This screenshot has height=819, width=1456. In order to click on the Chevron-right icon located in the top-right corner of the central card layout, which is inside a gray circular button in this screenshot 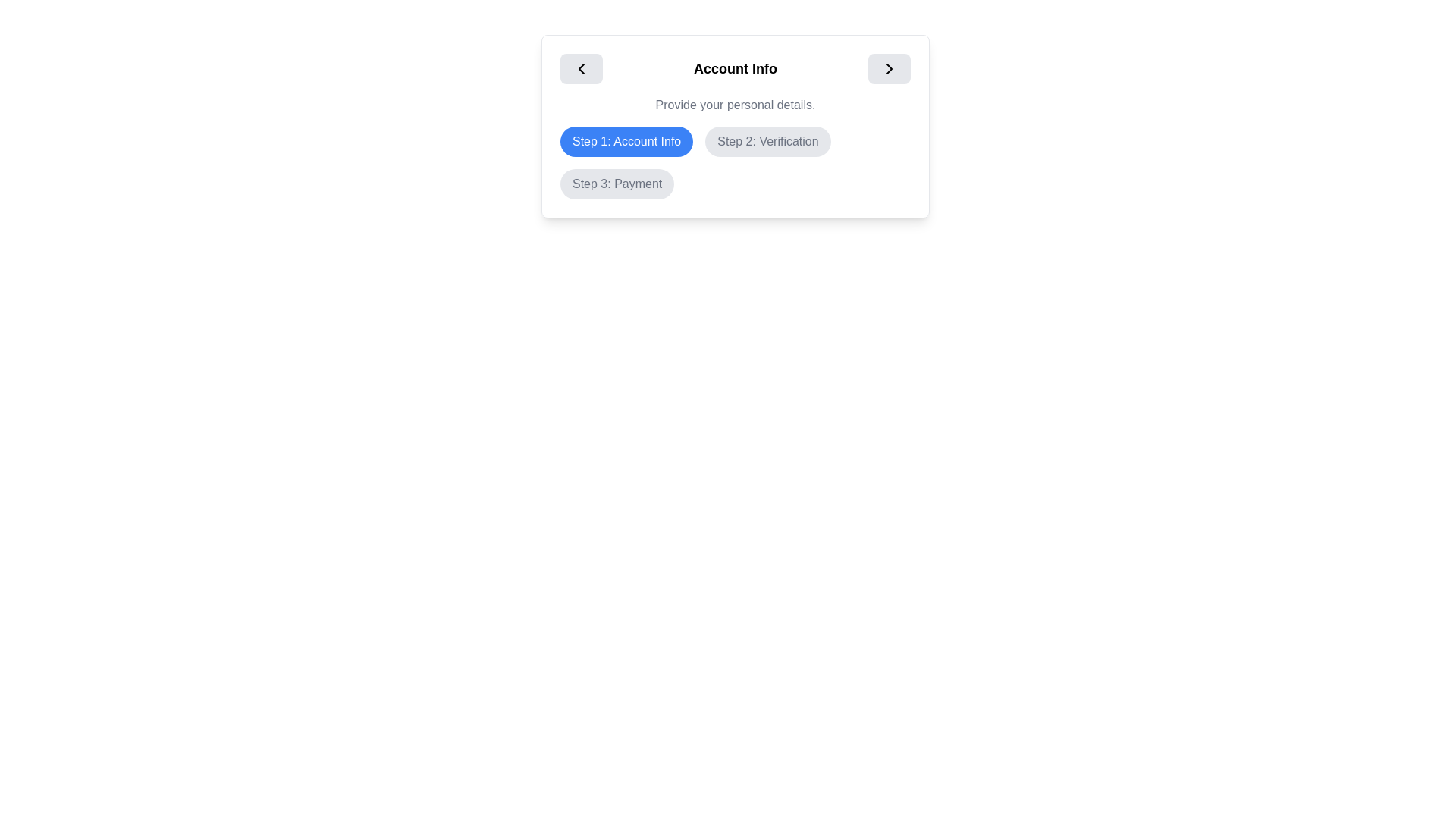, I will do `click(889, 69)`.